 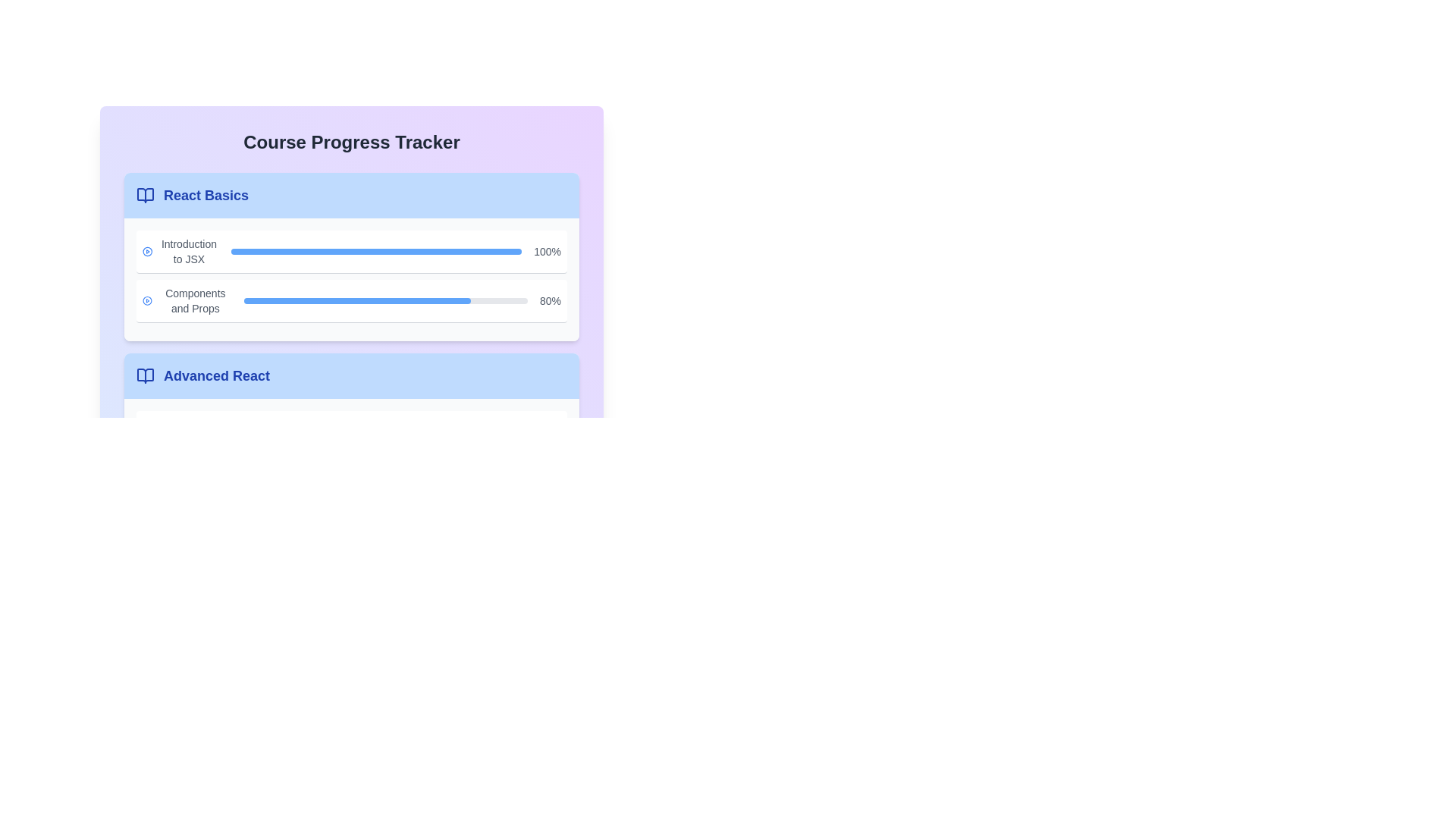 I want to click on the open book icon, which is styled in blue and located to the left of the 'React Basics' text, so click(x=146, y=195).